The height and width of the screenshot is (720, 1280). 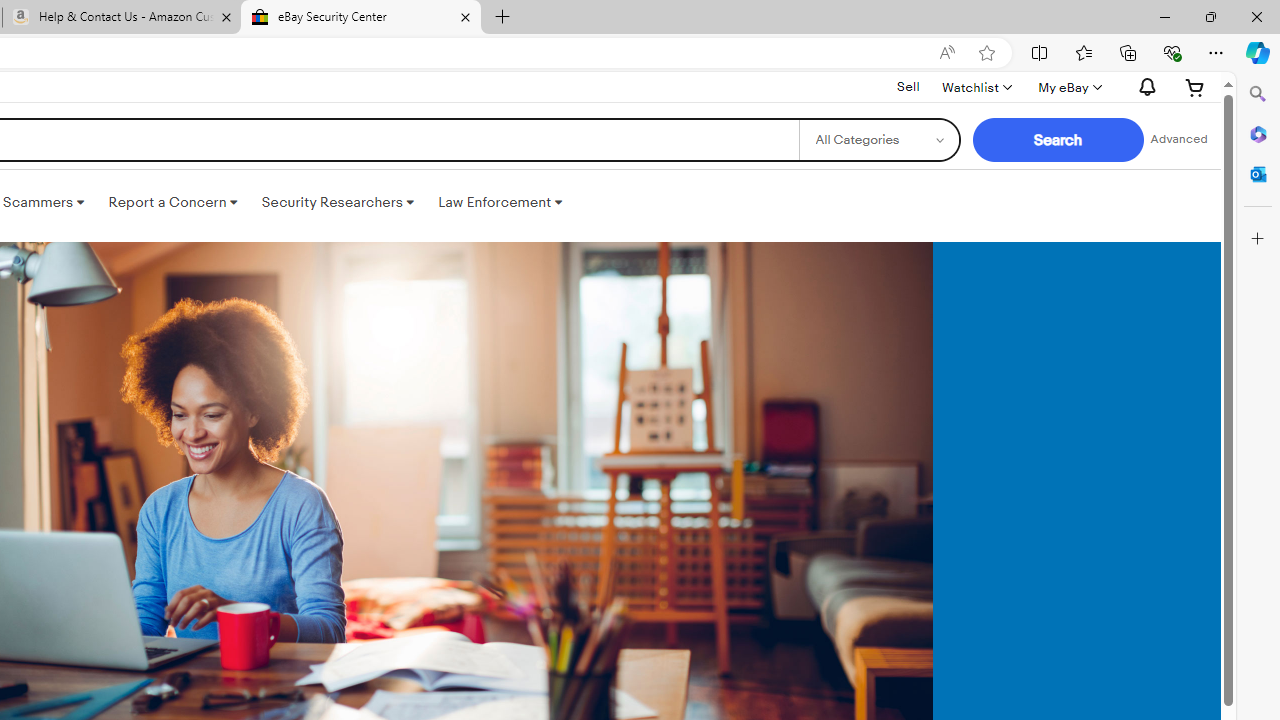 I want to click on 'WatchlistExpand Watch List', so click(x=976, y=86).